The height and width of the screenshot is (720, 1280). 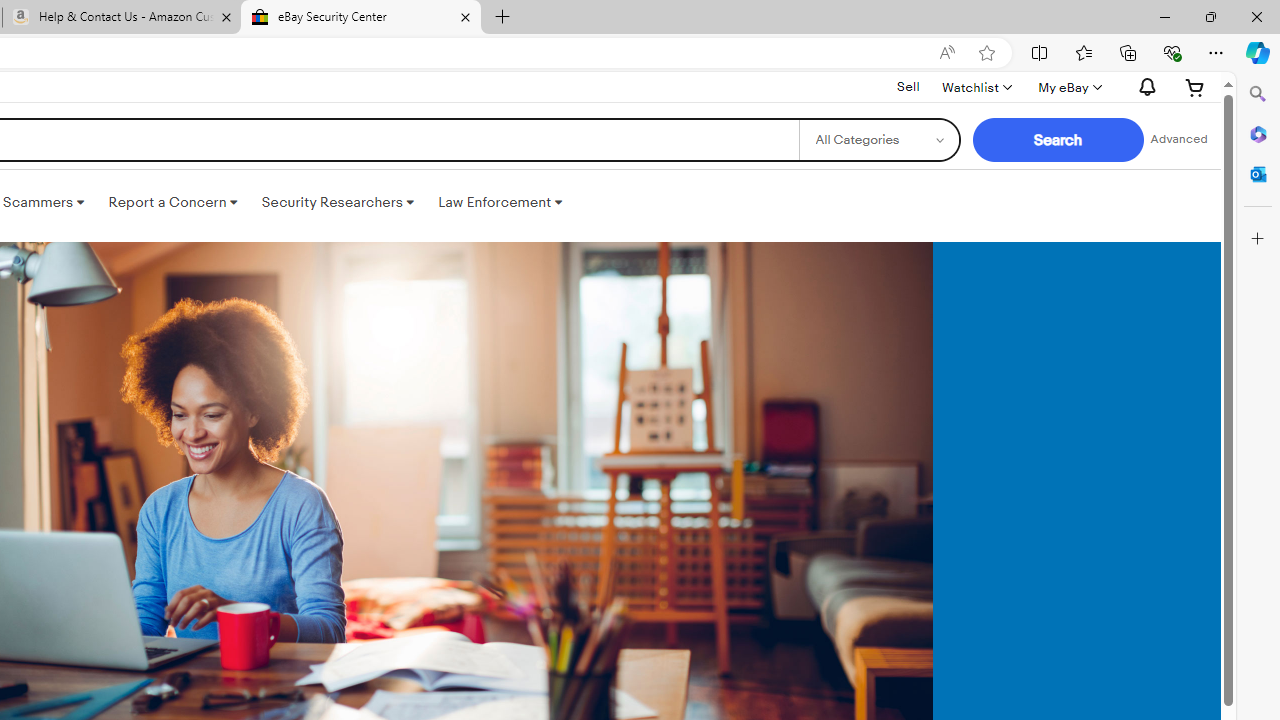 I want to click on 'WatchlistExpand Watch List', so click(x=976, y=86).